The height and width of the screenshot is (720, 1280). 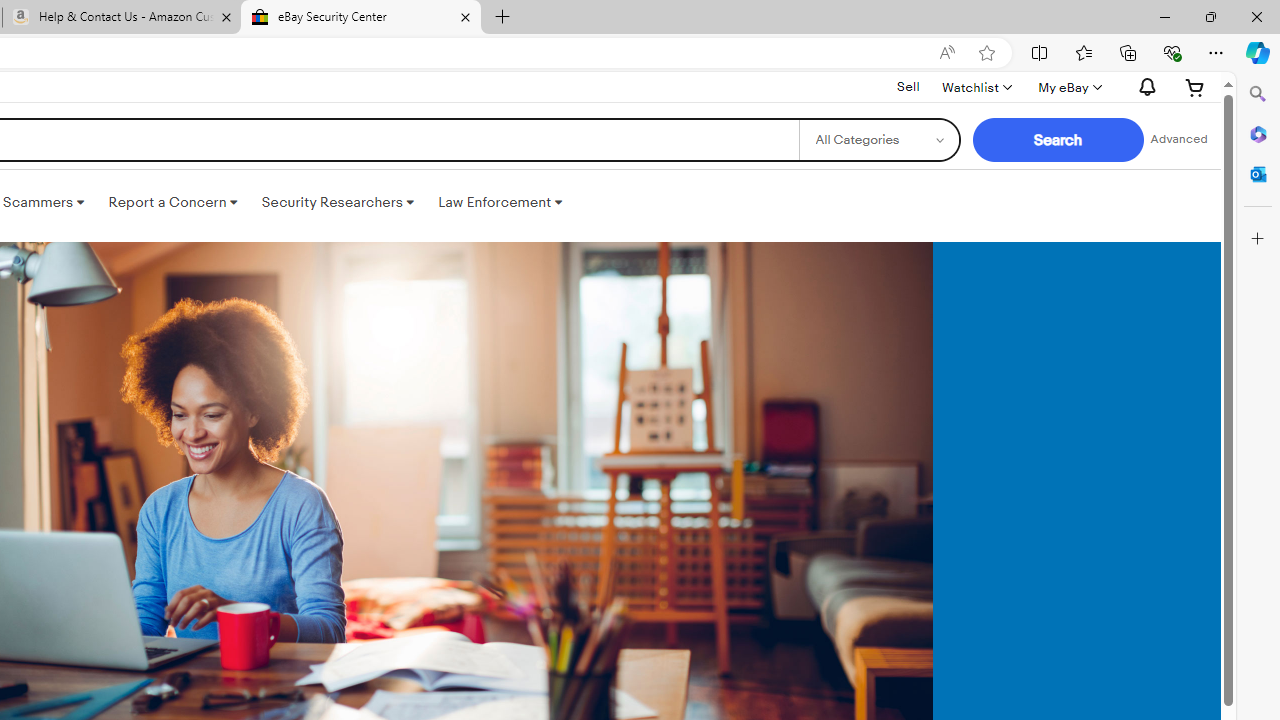 I want to click on 'WatchlistExpand Watch List', so click(x=976, y=86).